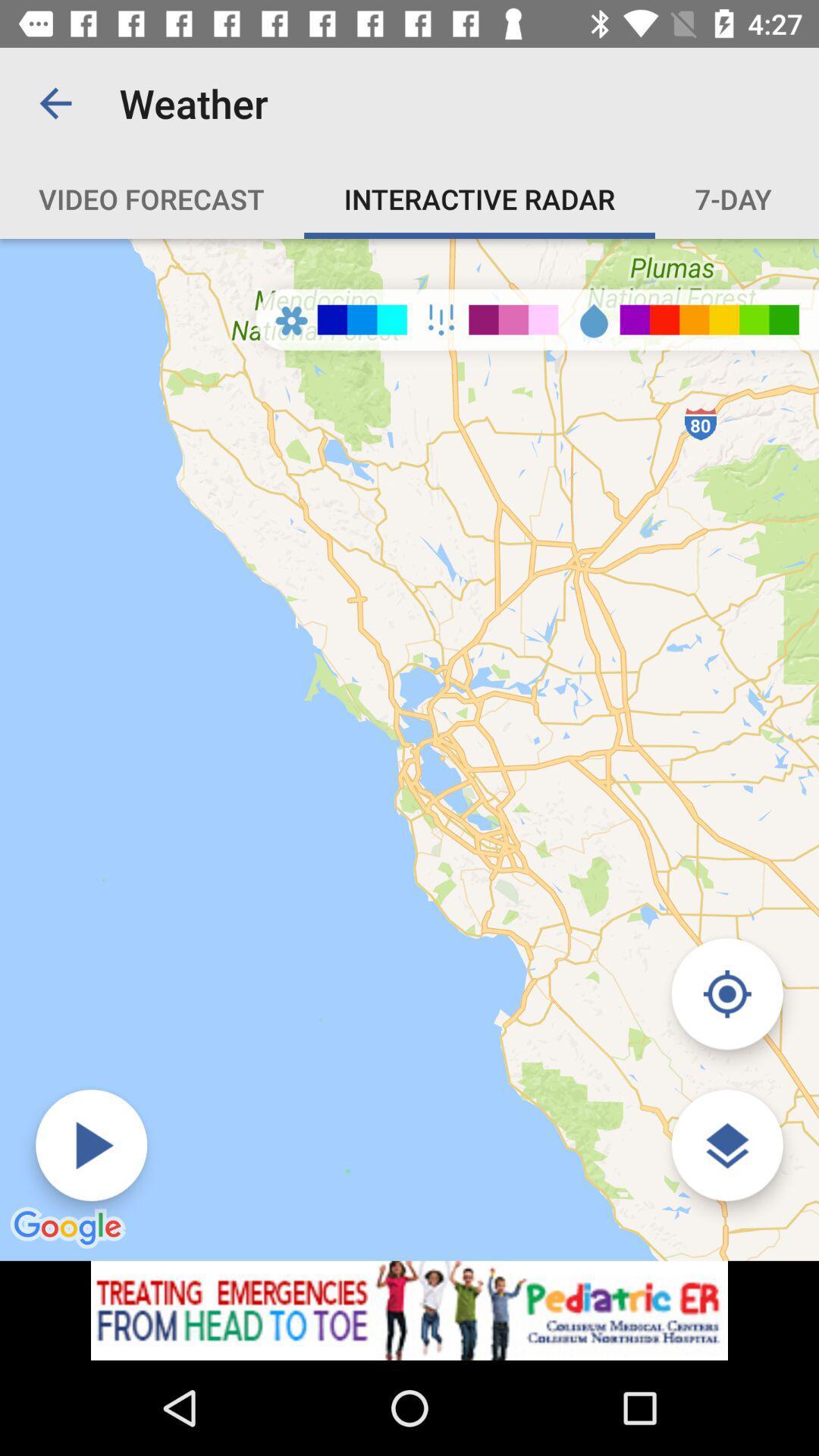  What do you see at coordinates (726, 1145) in the screenshot?
I see `customize` at bounding box center [726, 1145].